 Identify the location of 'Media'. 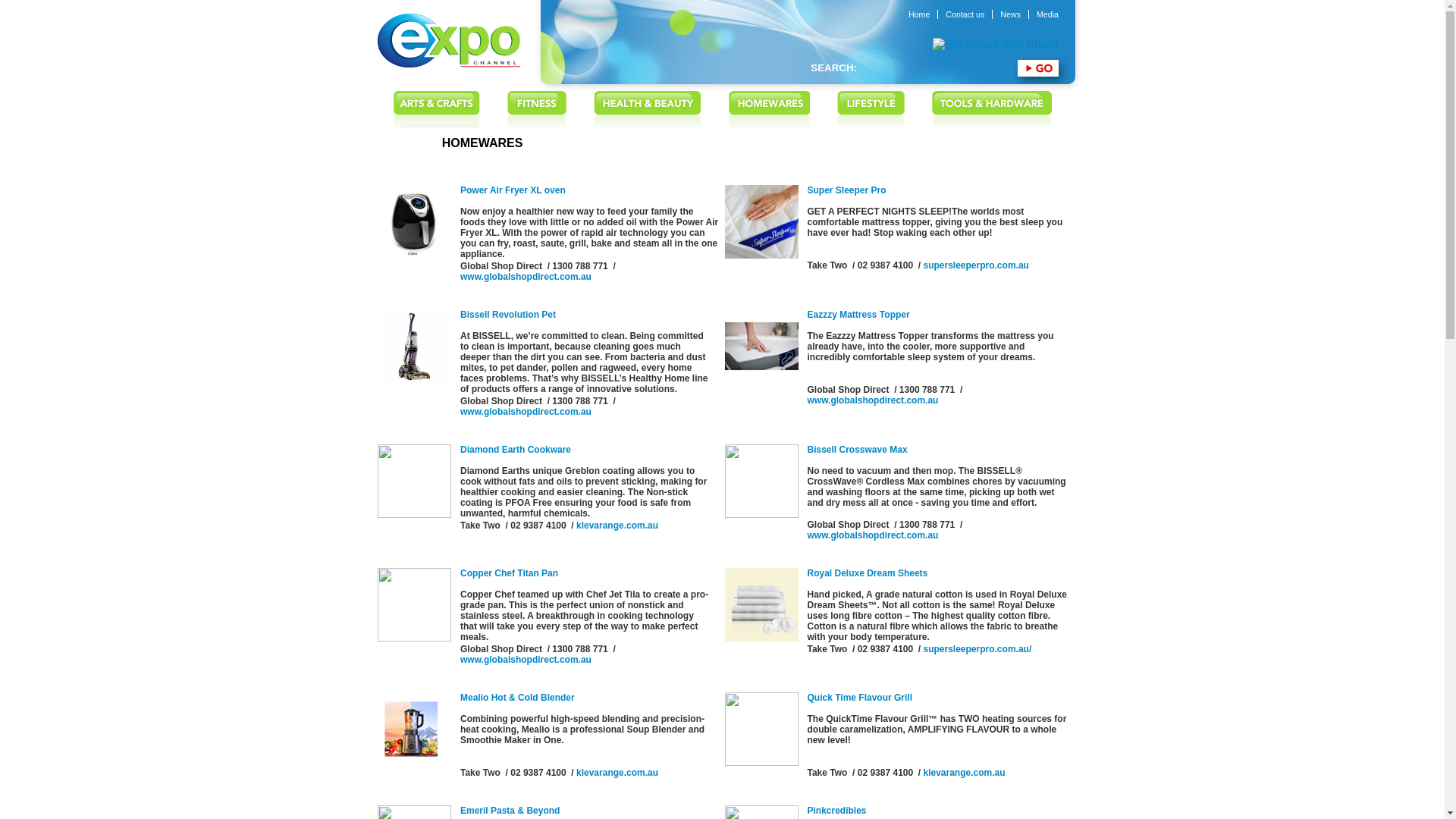
(1046, 14).